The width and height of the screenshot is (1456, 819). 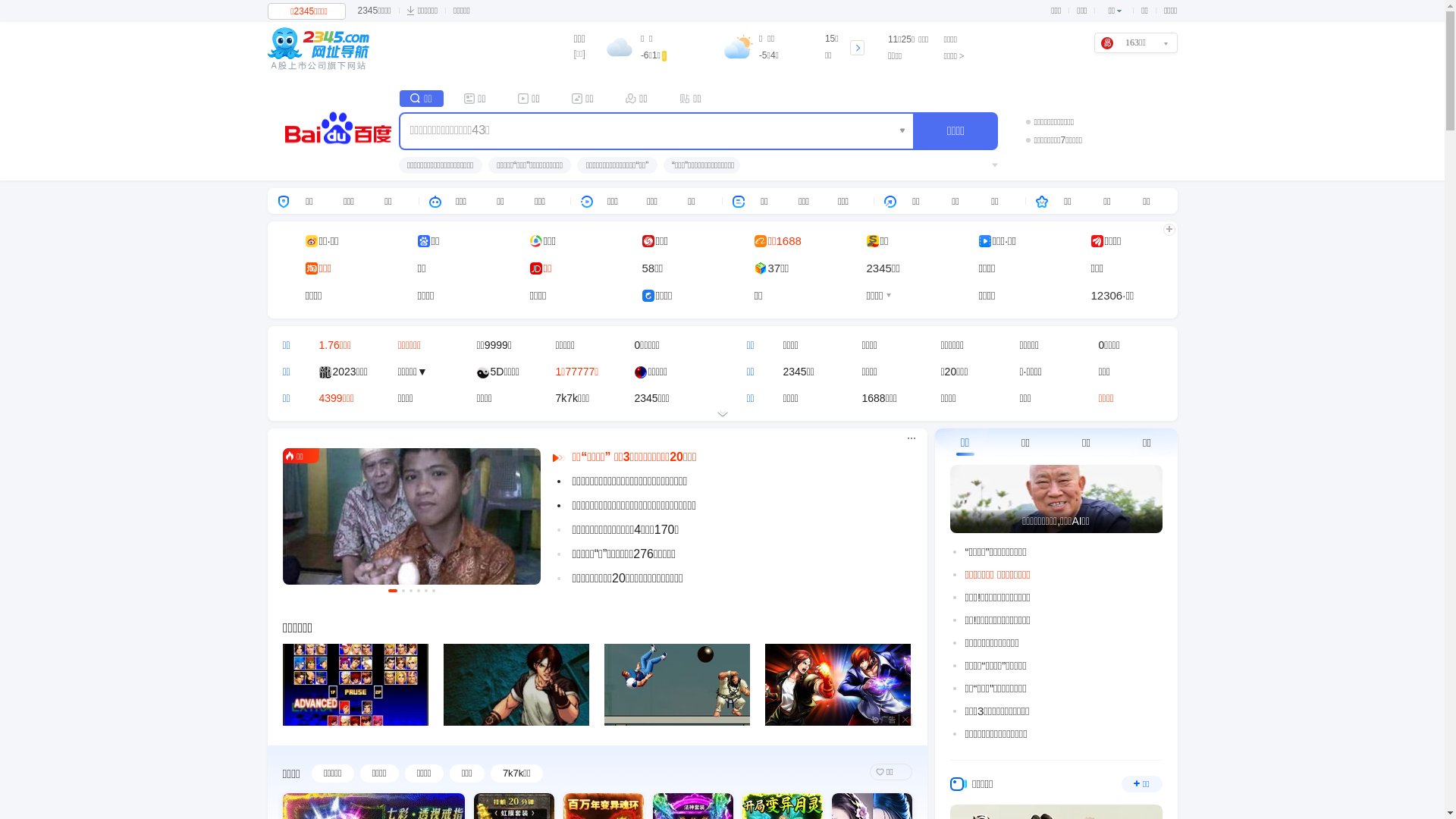 I want to click on '12306', so click(x=1090, y=295).